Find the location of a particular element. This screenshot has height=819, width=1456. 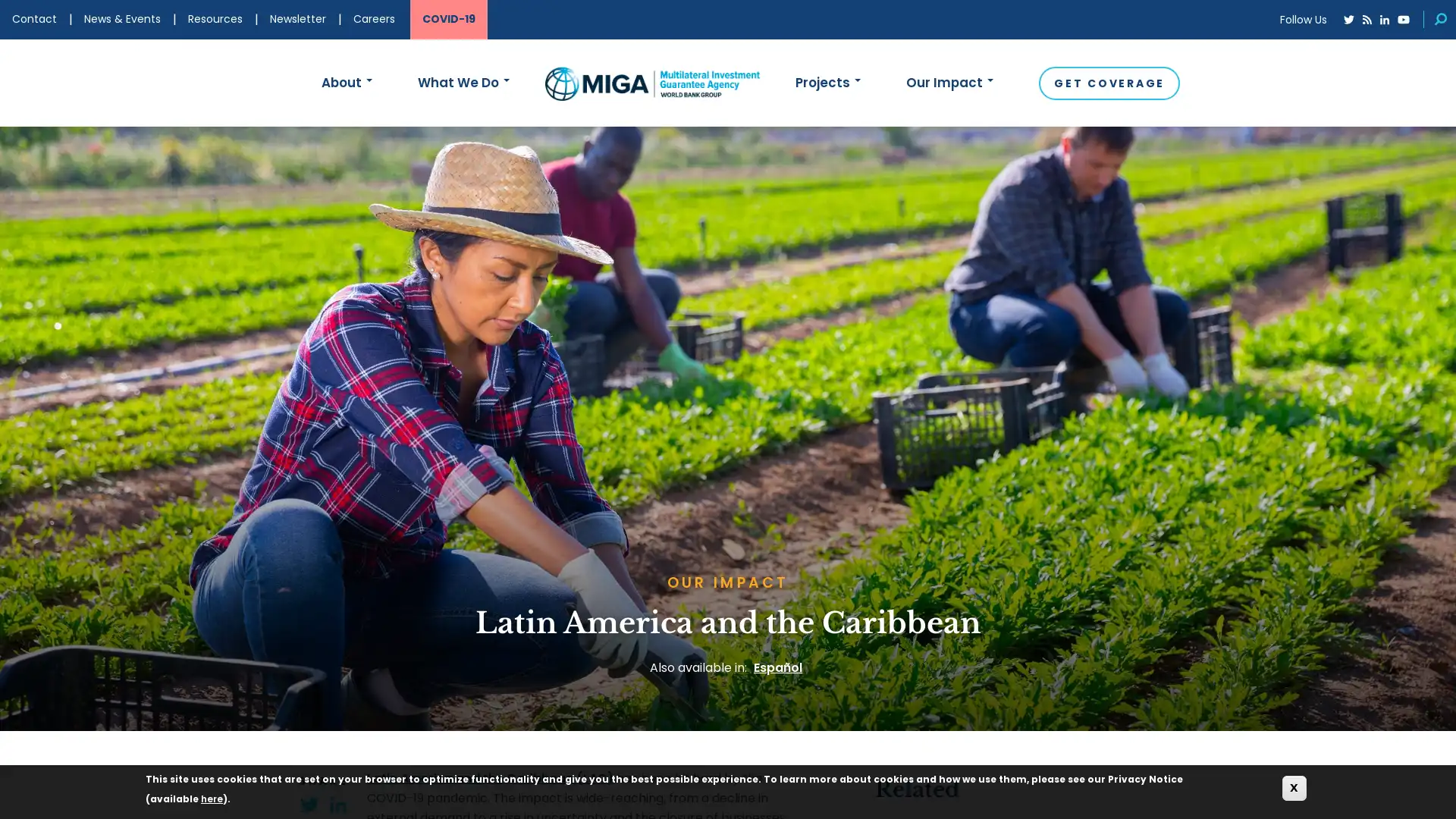

X is located at coordinates (1294, 787).